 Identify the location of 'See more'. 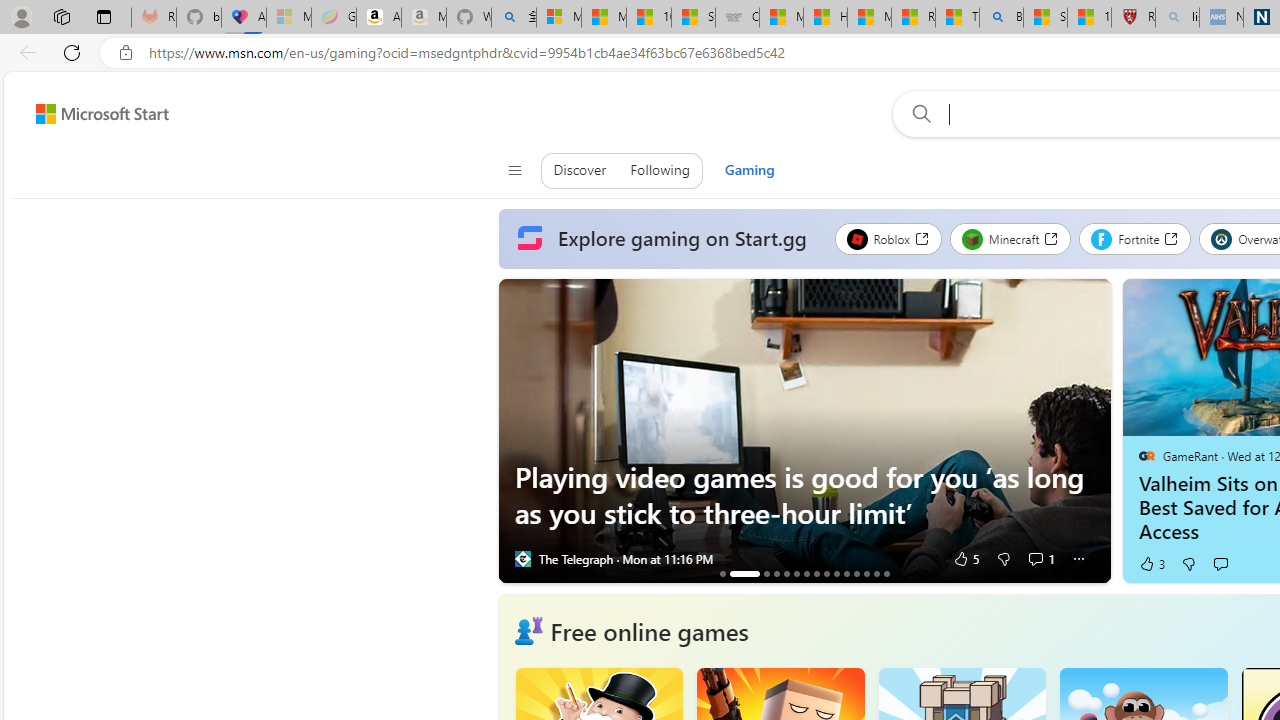
(1077, 559).